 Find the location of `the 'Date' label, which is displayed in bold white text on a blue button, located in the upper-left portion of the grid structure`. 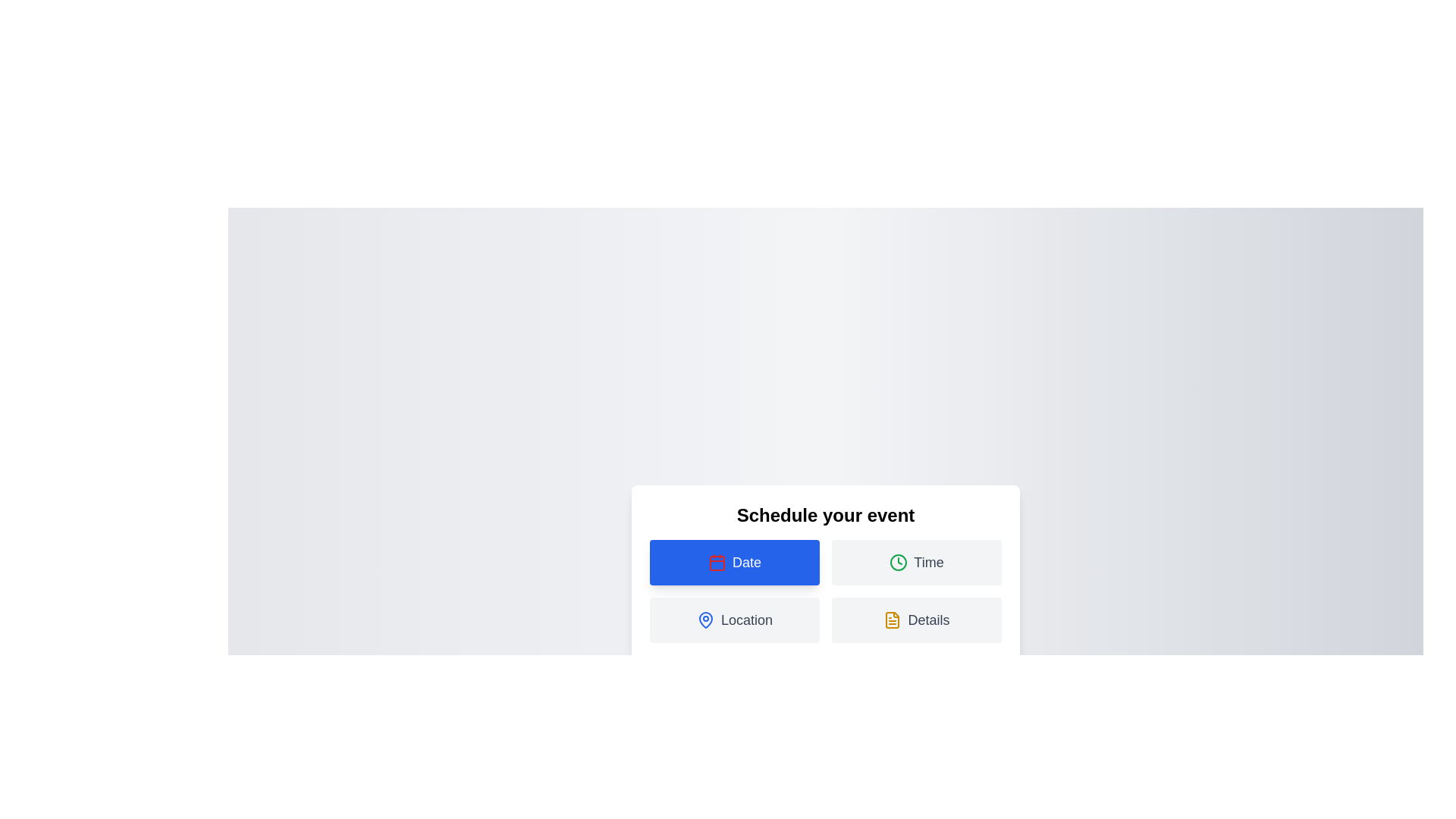

the 'Date' label, which is displayed in bold white text on a blue button, located in the upper-left portion of the grid structure is located at coordinates (746, 562).